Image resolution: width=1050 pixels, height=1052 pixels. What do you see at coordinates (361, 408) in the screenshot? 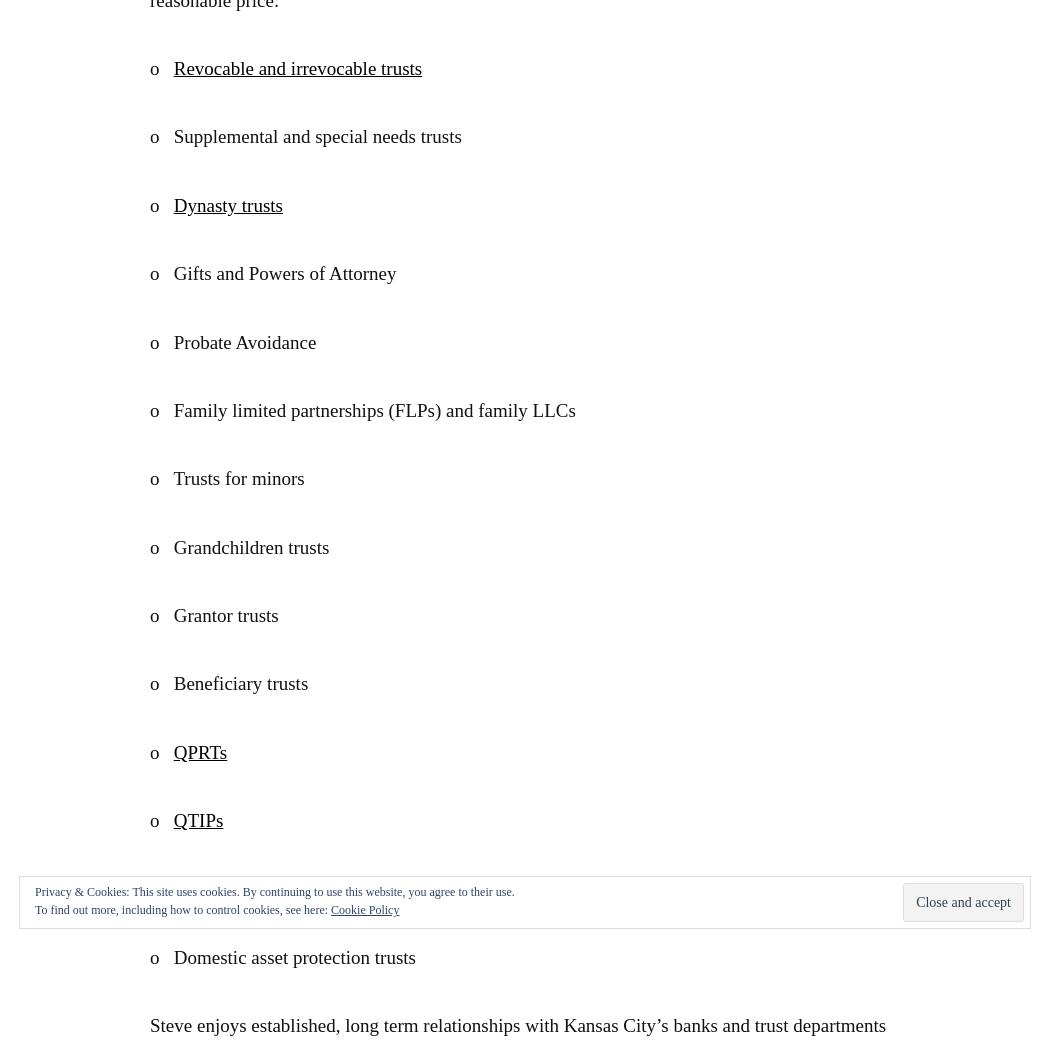
I see `'o   Family limited partnerships (FLPs) and family LLCs'` at bounding box center [361, 408].